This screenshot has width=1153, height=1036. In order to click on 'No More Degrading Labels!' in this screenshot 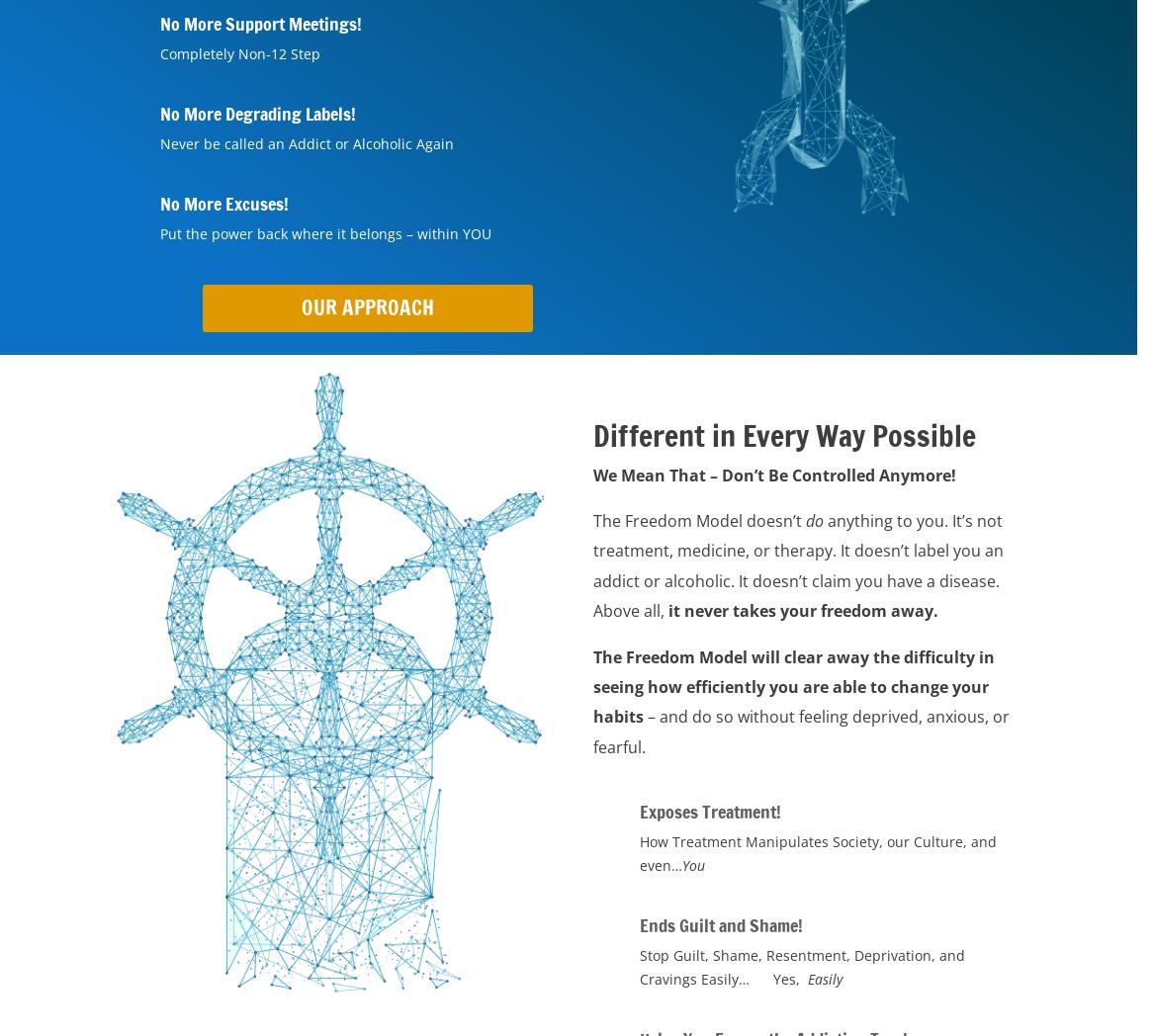, I will do `click(257, 112)`.